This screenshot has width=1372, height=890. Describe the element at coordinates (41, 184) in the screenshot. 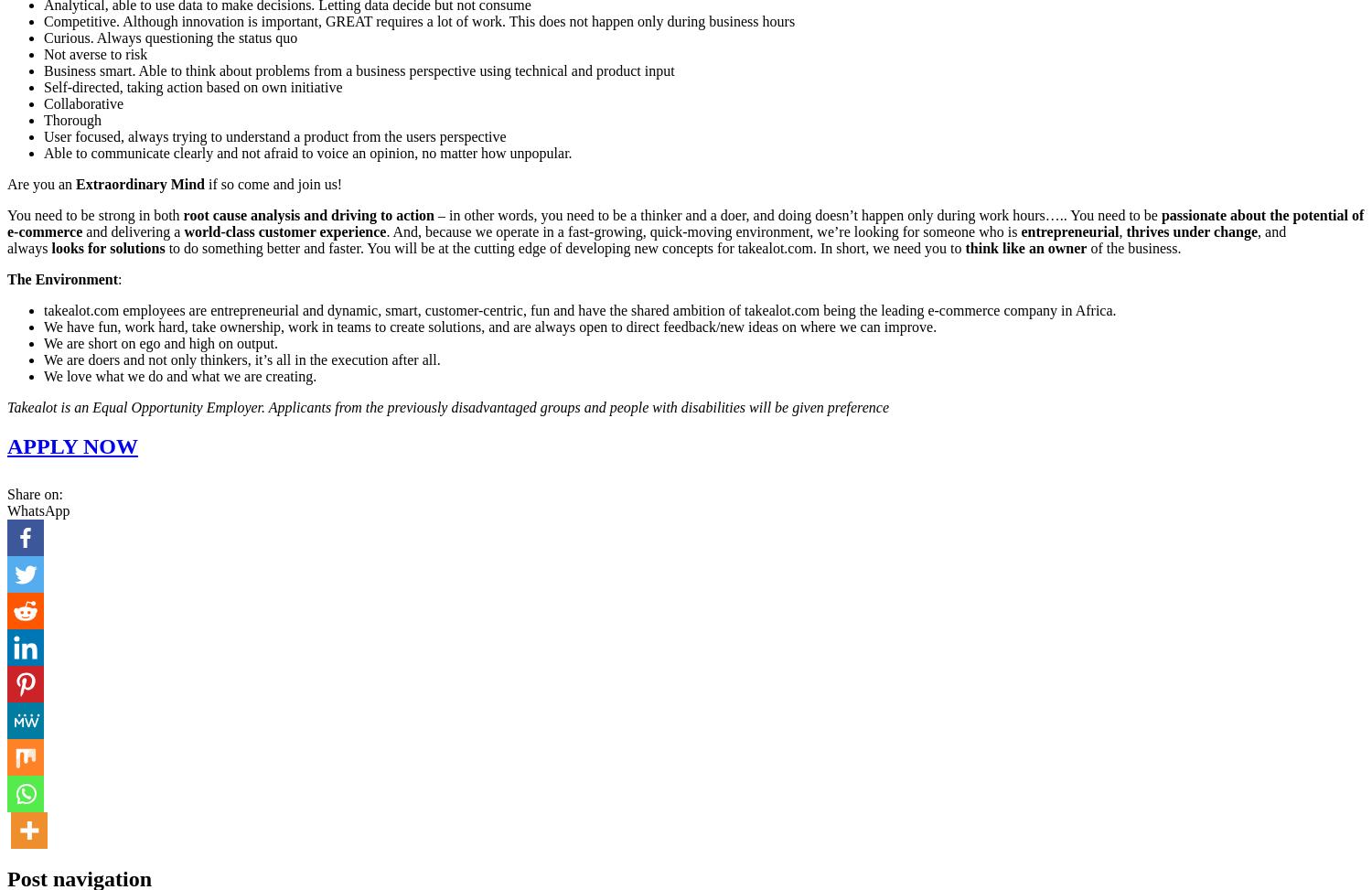

I see `'Are you an'` at that location.